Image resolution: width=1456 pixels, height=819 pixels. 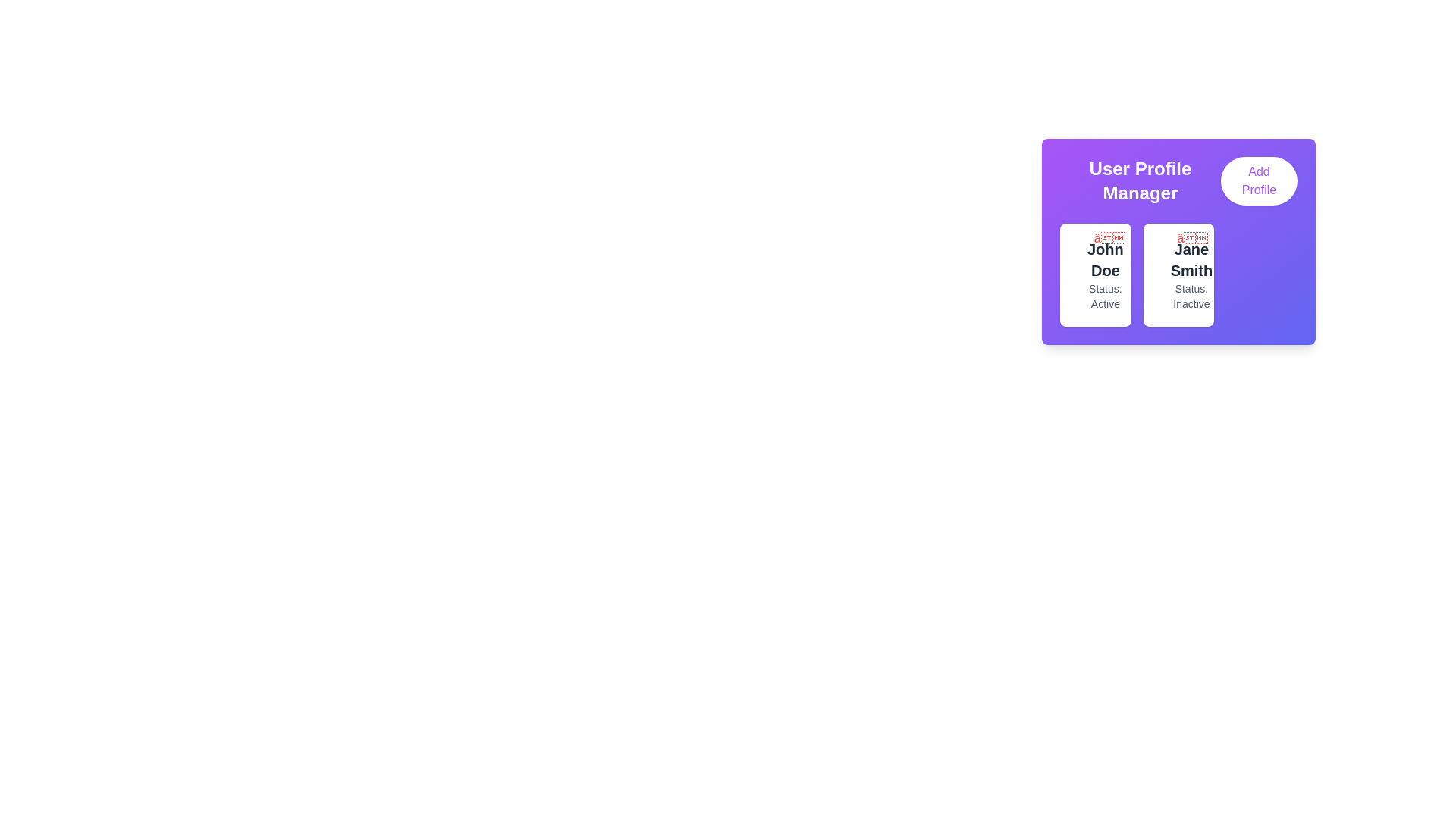 I want to click on status information displayed in the text label that shows 'Status: Inactive' below 'Jane Smith' within the User Profile Manager section, so click(x=1191, y=296).